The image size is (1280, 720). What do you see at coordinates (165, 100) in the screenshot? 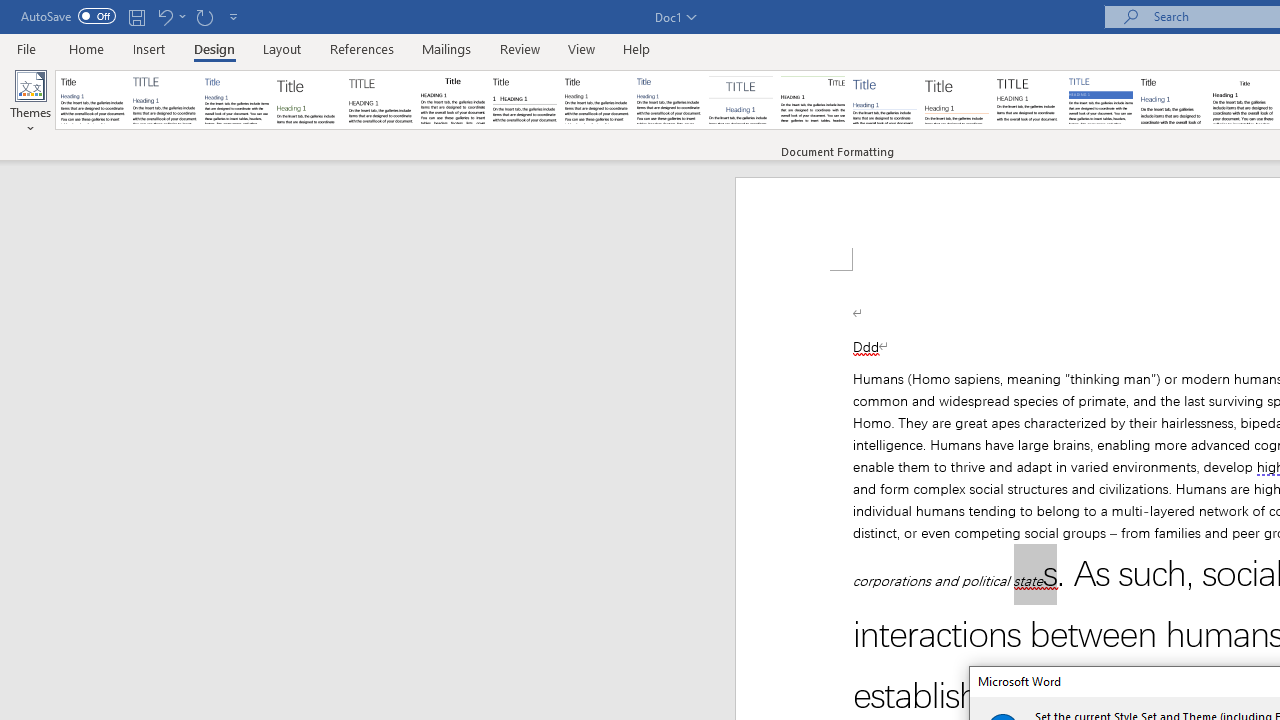
I see `'Basic (Elegant)'` at bounding box center [165, 100].